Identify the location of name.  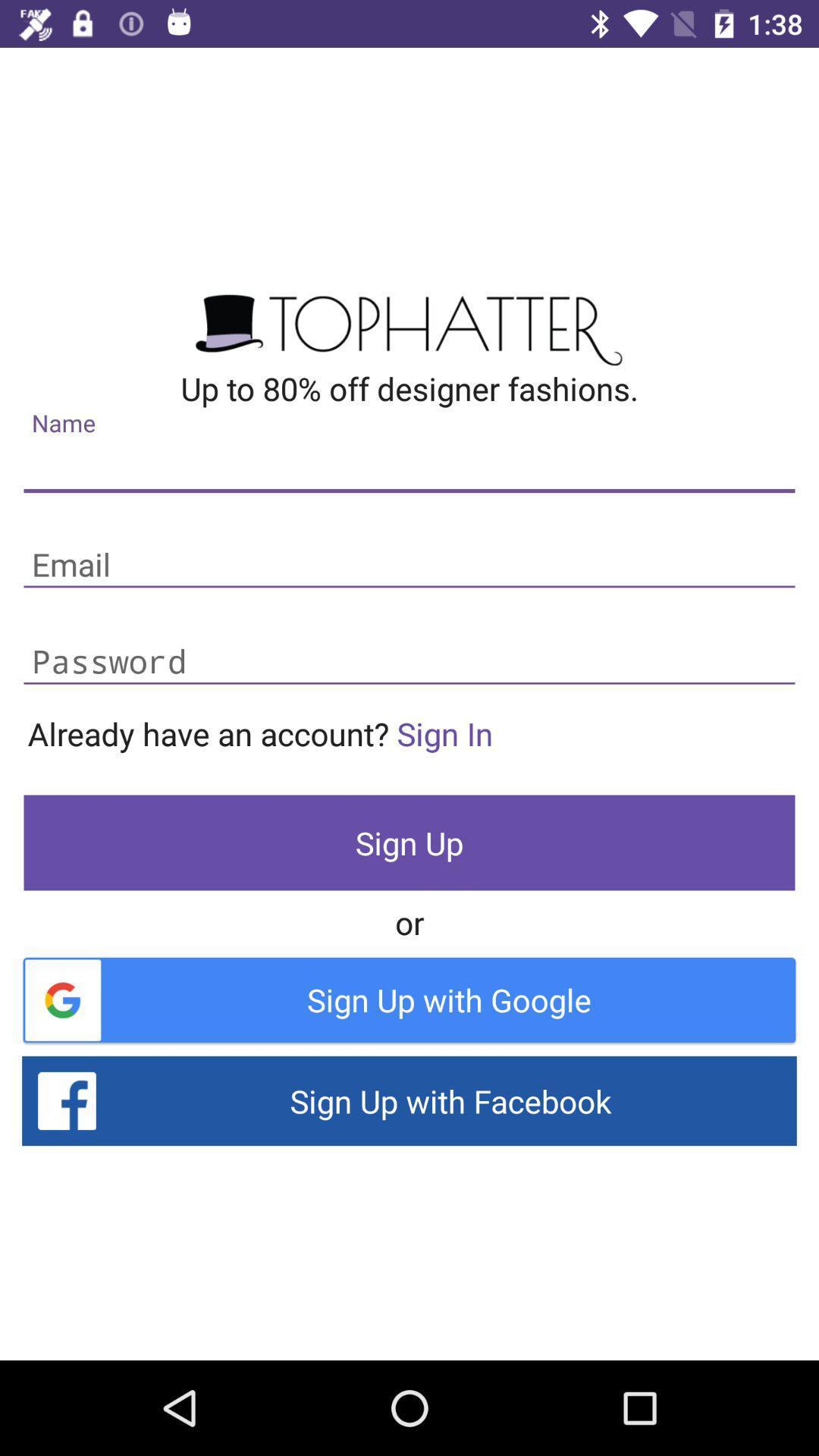
(409, 468).